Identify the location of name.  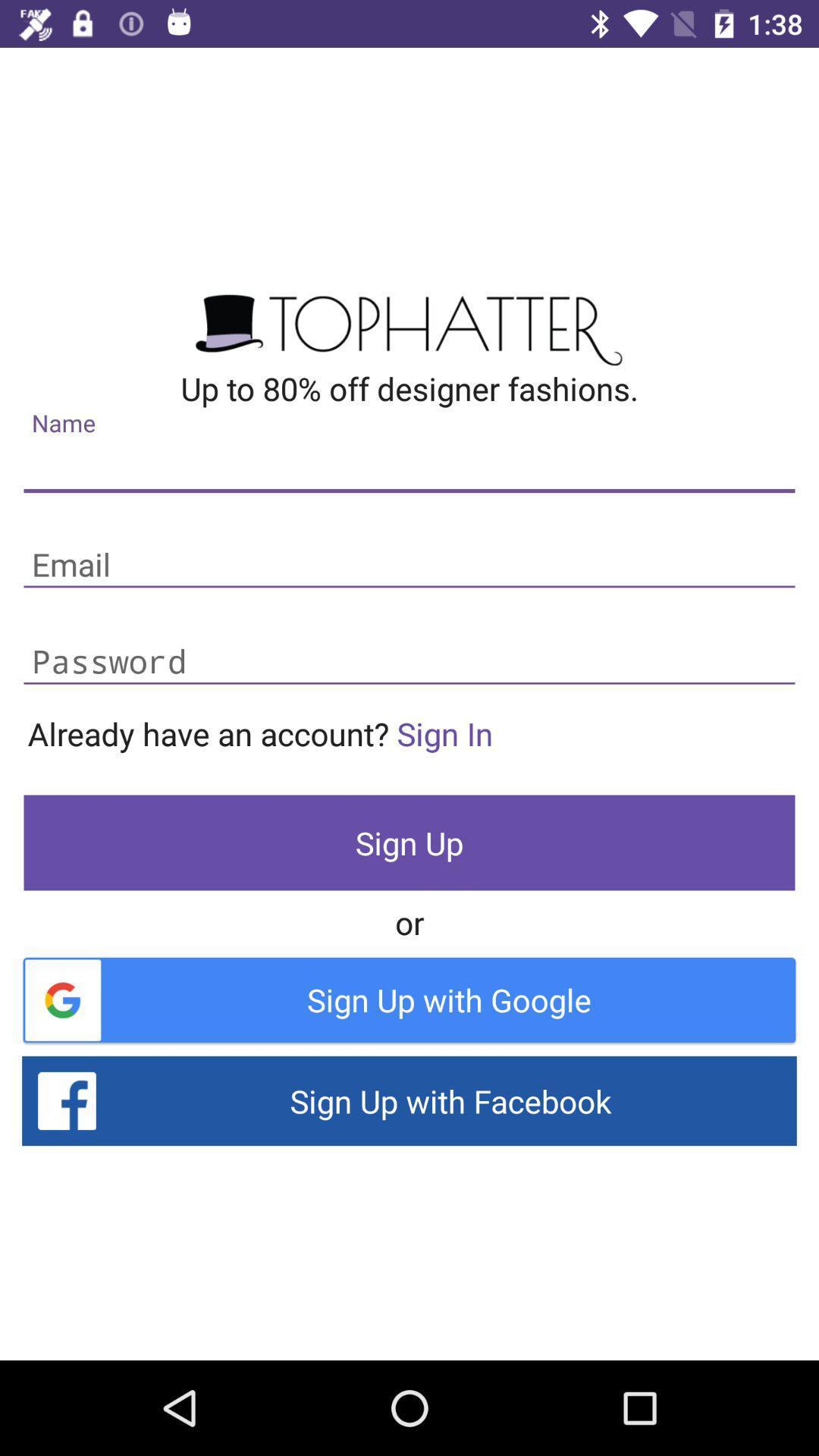
(409, 468).